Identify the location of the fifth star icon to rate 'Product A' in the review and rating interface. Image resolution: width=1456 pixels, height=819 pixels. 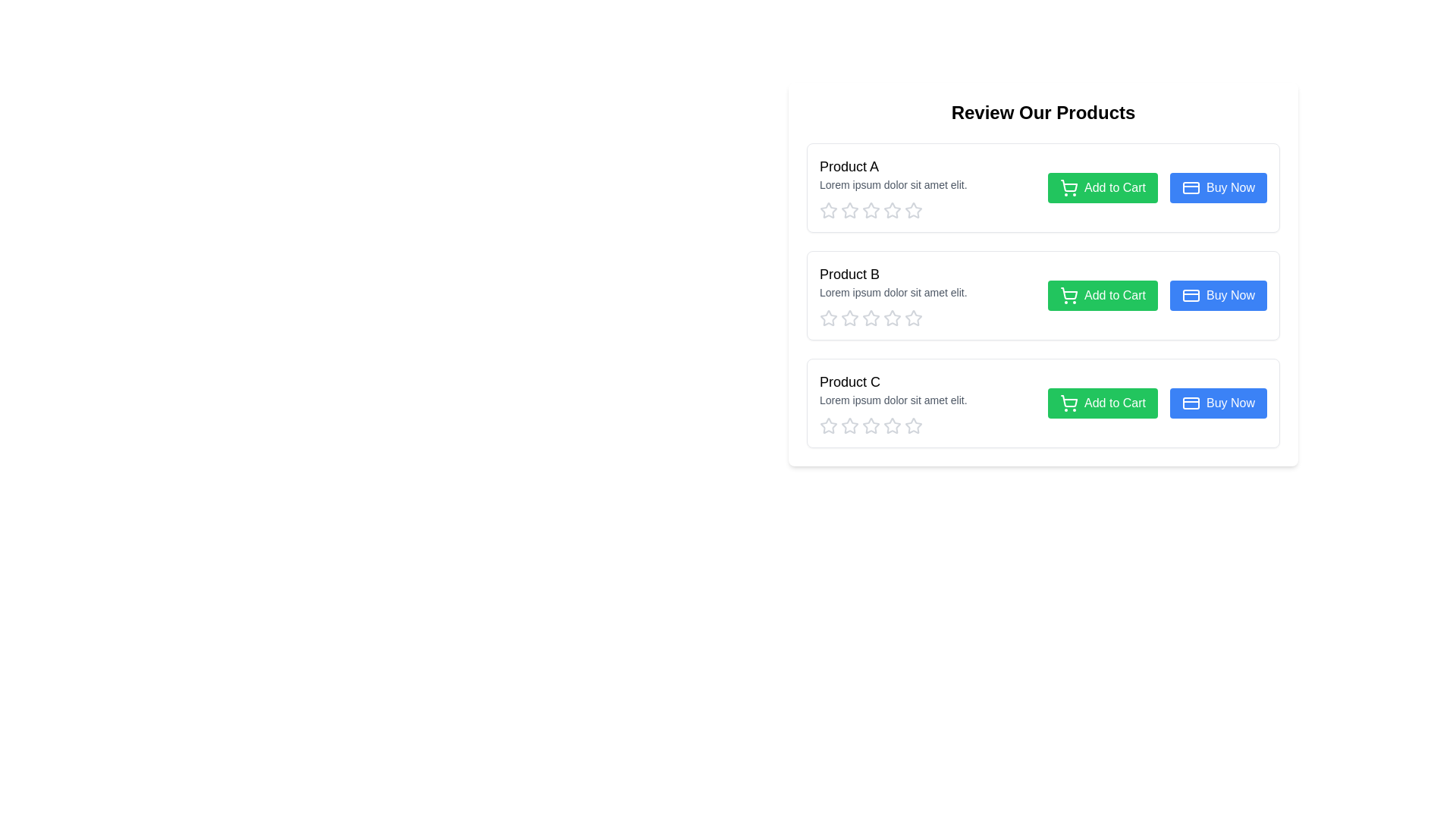
(912, 210).